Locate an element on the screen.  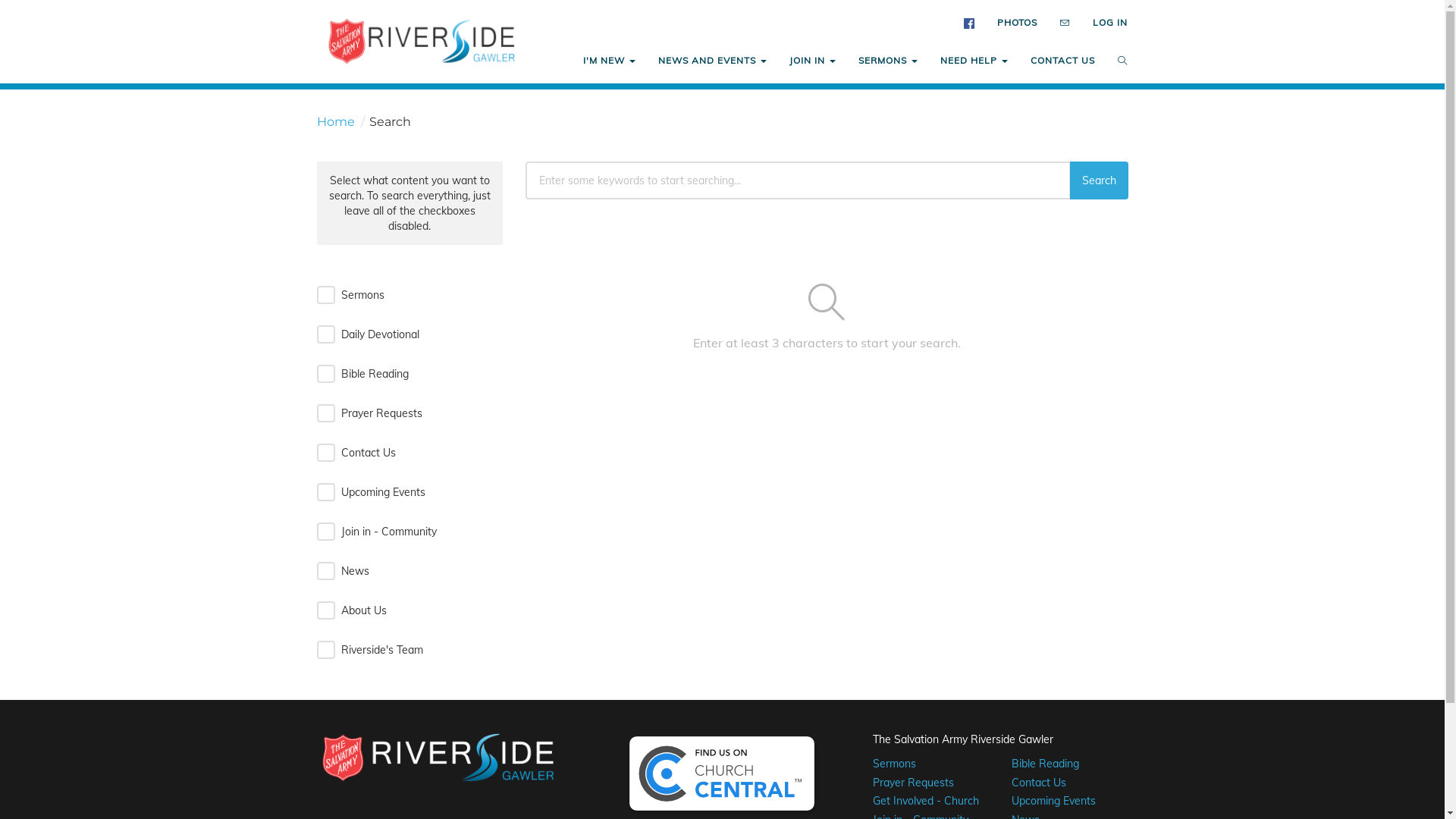
'PHOTOS' is located at coordinates (986, 23).